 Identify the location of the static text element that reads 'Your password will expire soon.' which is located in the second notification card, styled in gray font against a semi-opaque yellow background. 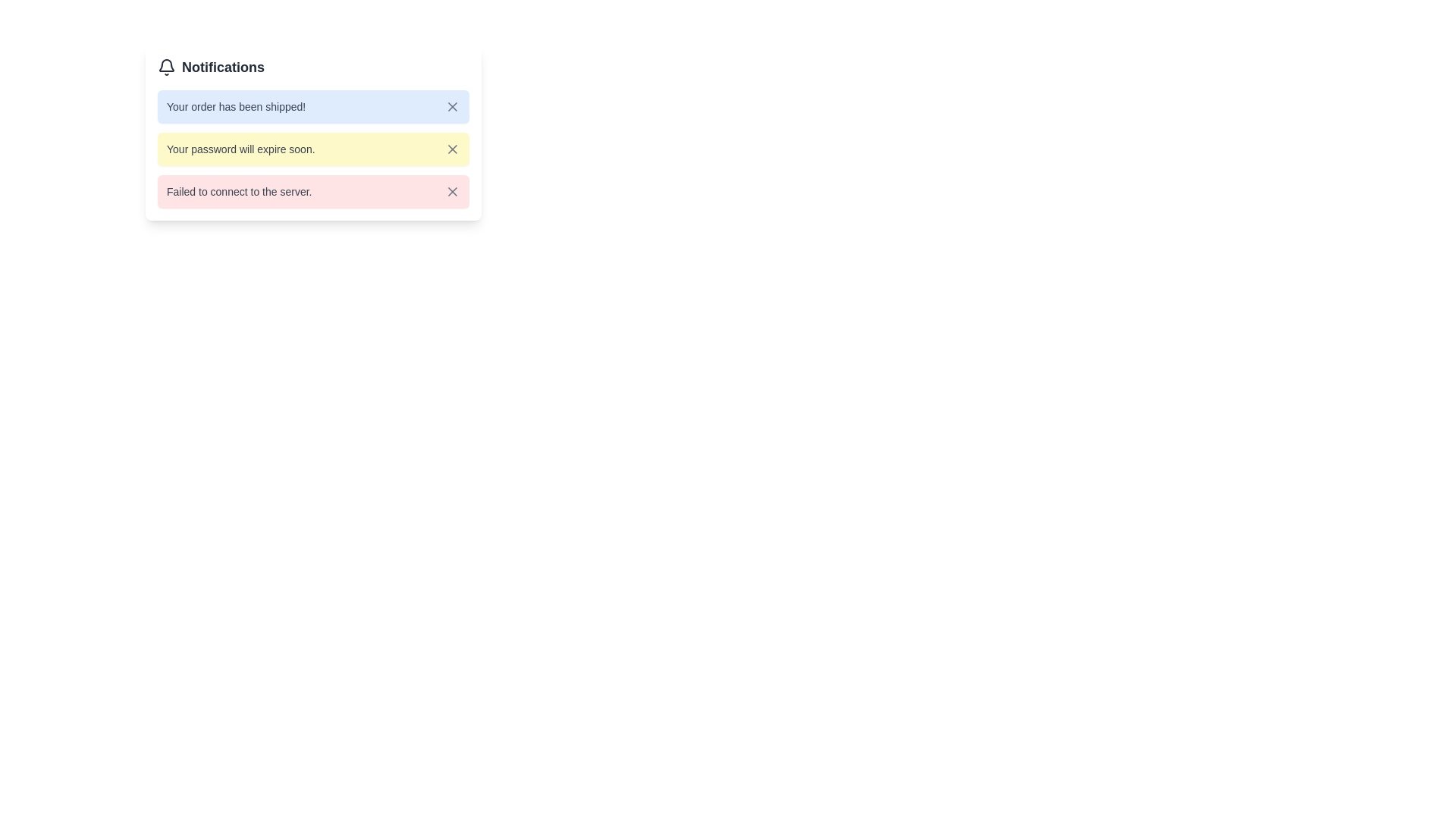
(240, 149).